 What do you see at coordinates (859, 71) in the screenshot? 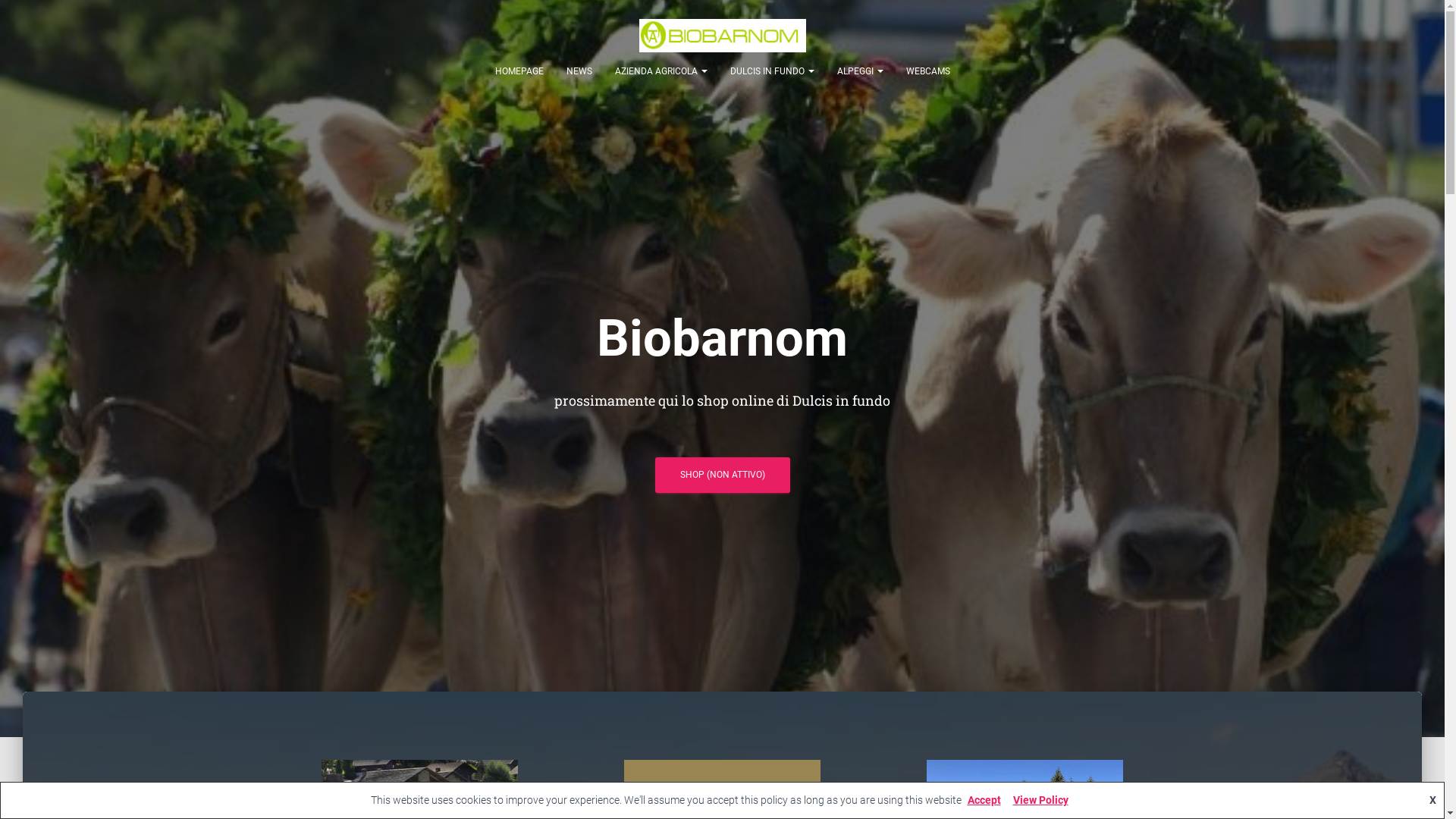
I see `'ALPEGGI'` at bounding box center [859, 71].